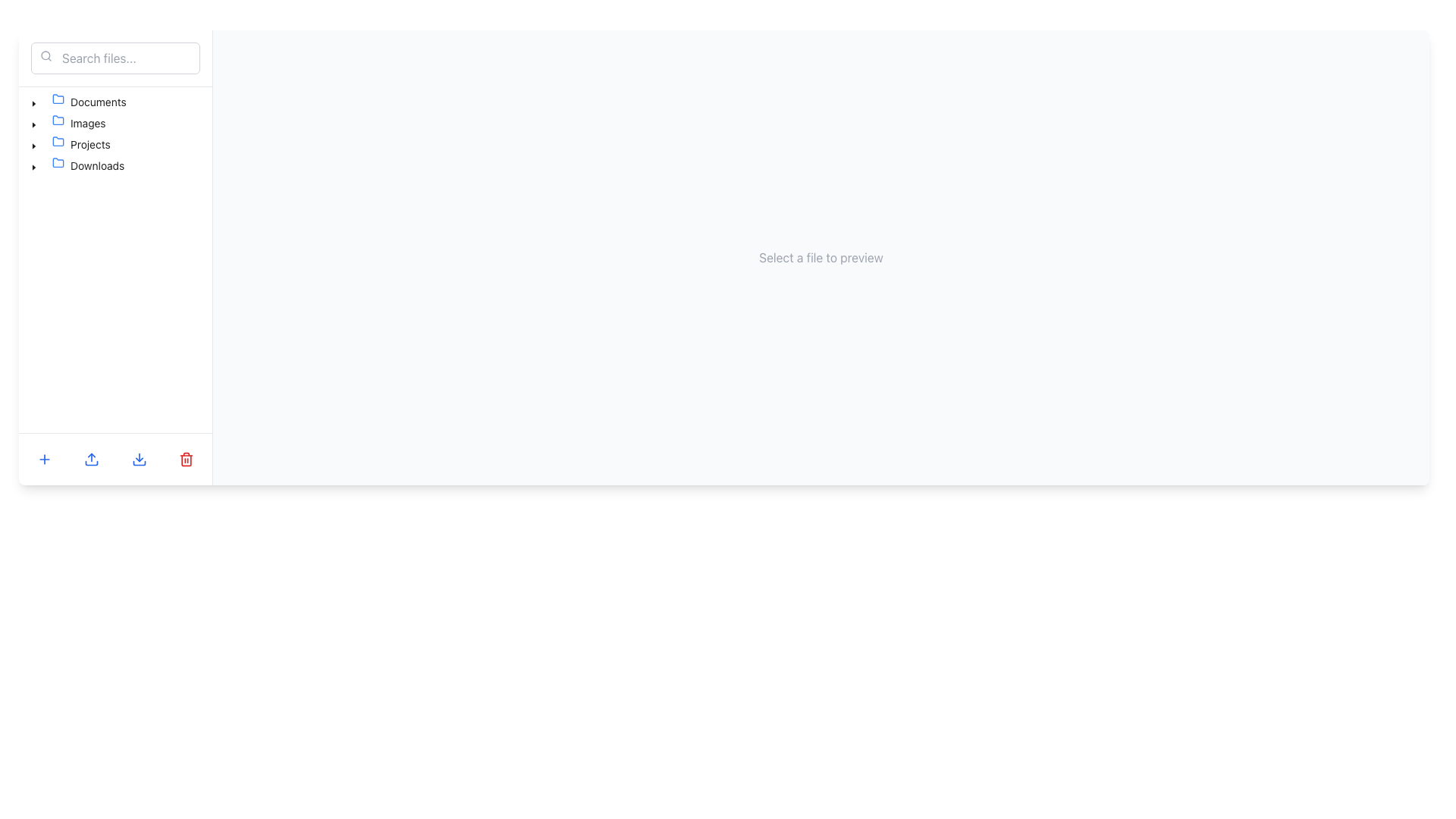  What do you see at coordinates (96, 165) in the screenshot?
I see `the label element for the 'Downloads' folder` at bounding box center [96, 165].